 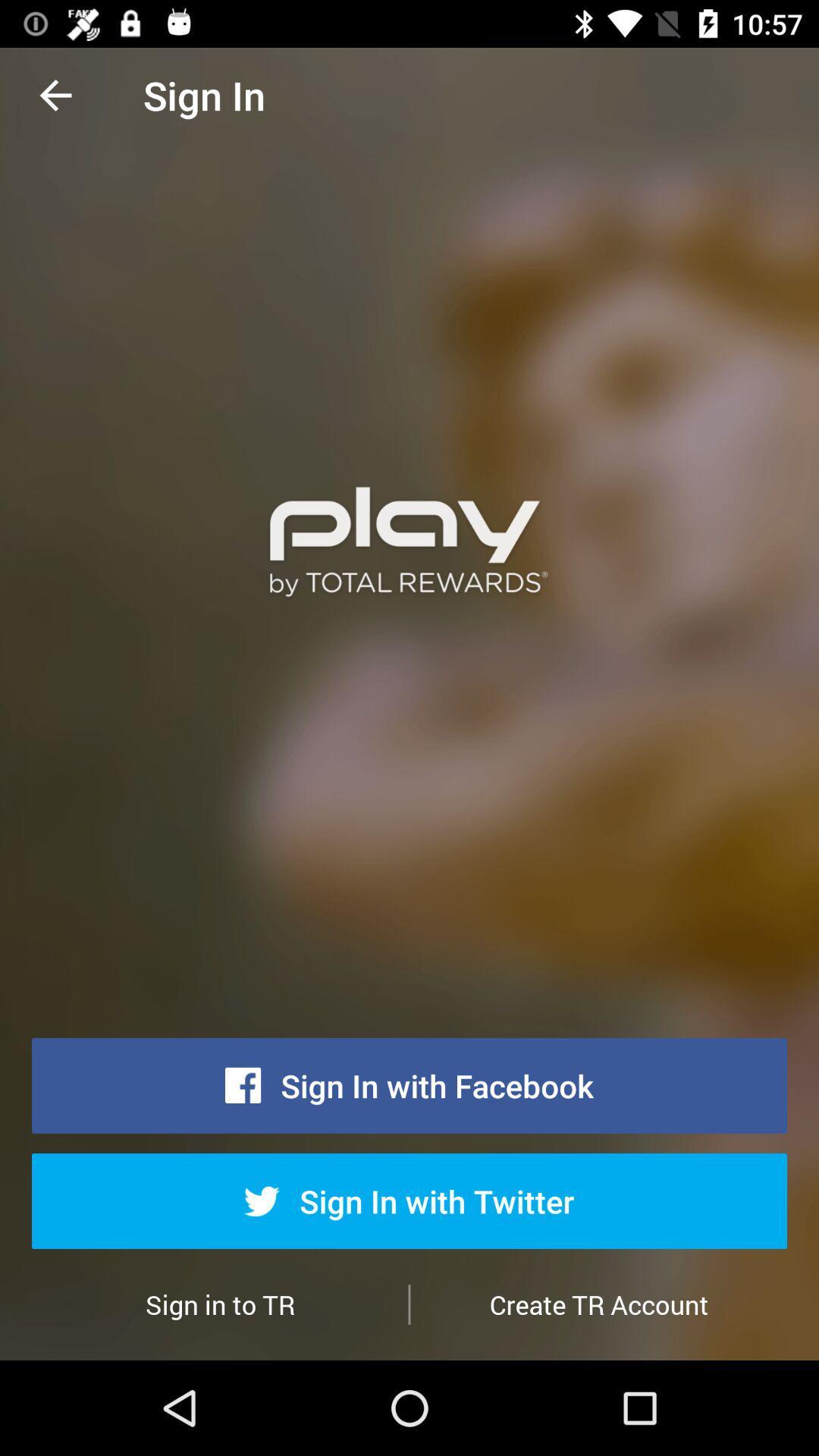 What do you see at coordinates (55, 94) in the screenshot?
I see `the item to the left of the sign in icon` at bounding box center [55, 94].